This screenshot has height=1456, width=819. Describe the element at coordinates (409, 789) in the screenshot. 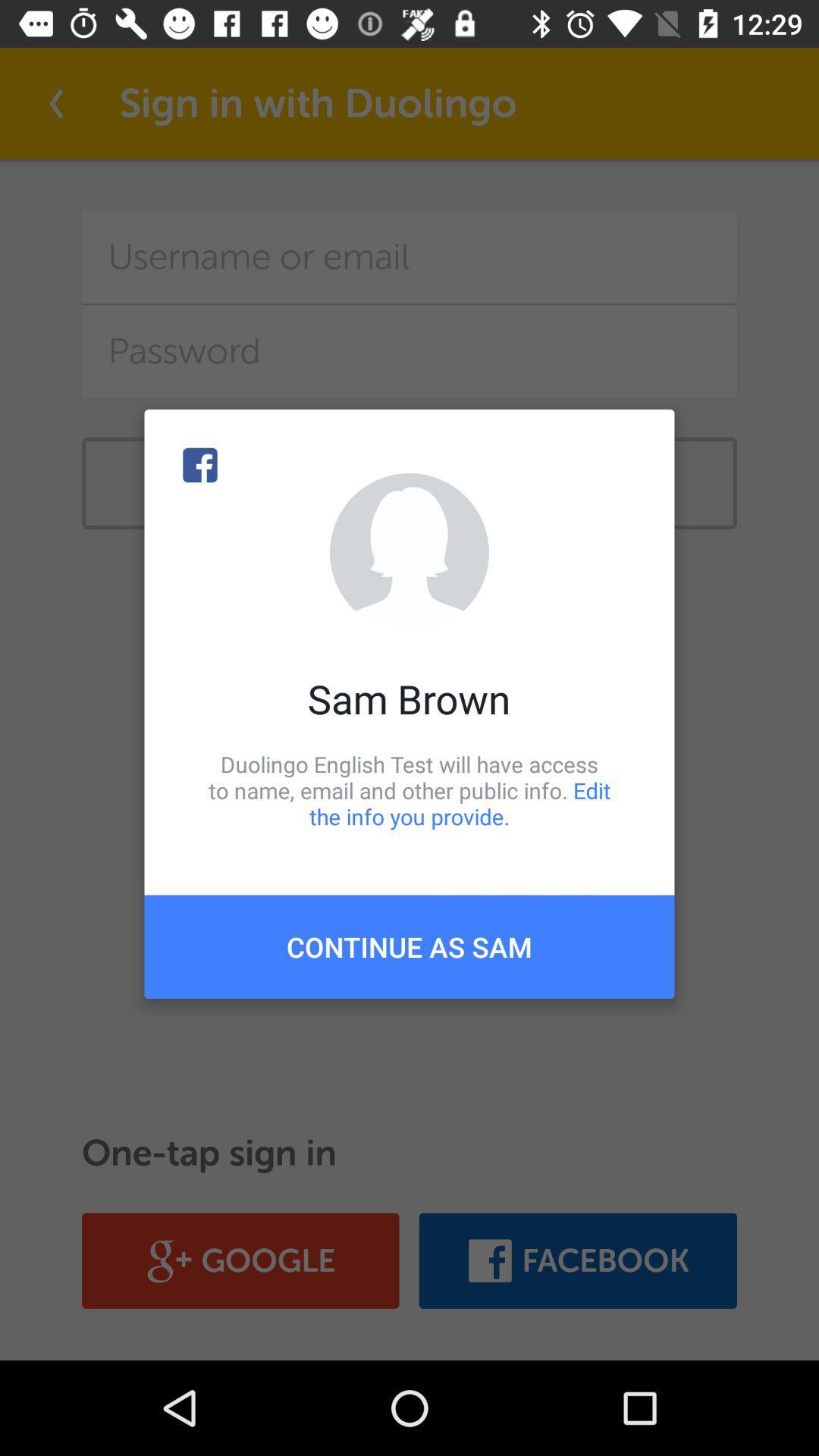

I see `the duolingo english test item` at that location.